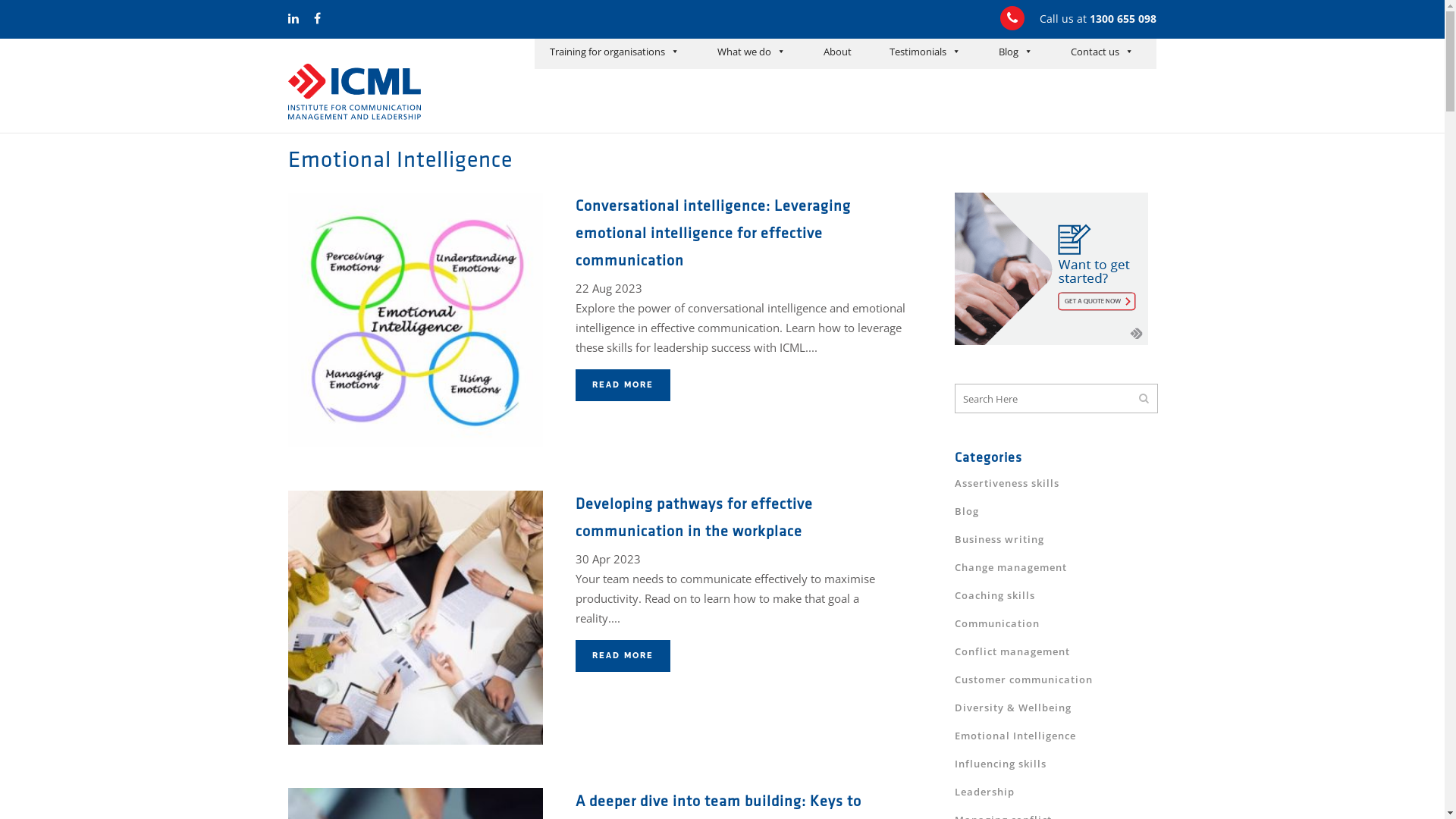 The width and height of the screenshot is (1456, 819). I want to click on 'Training for organisations', so click(614, 52).